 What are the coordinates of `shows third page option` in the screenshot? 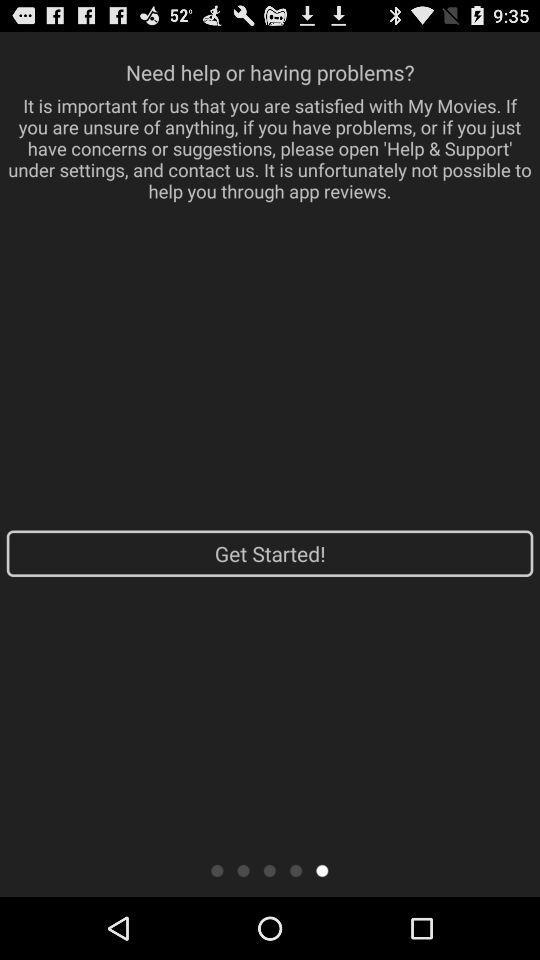 It's located at (269, 869).